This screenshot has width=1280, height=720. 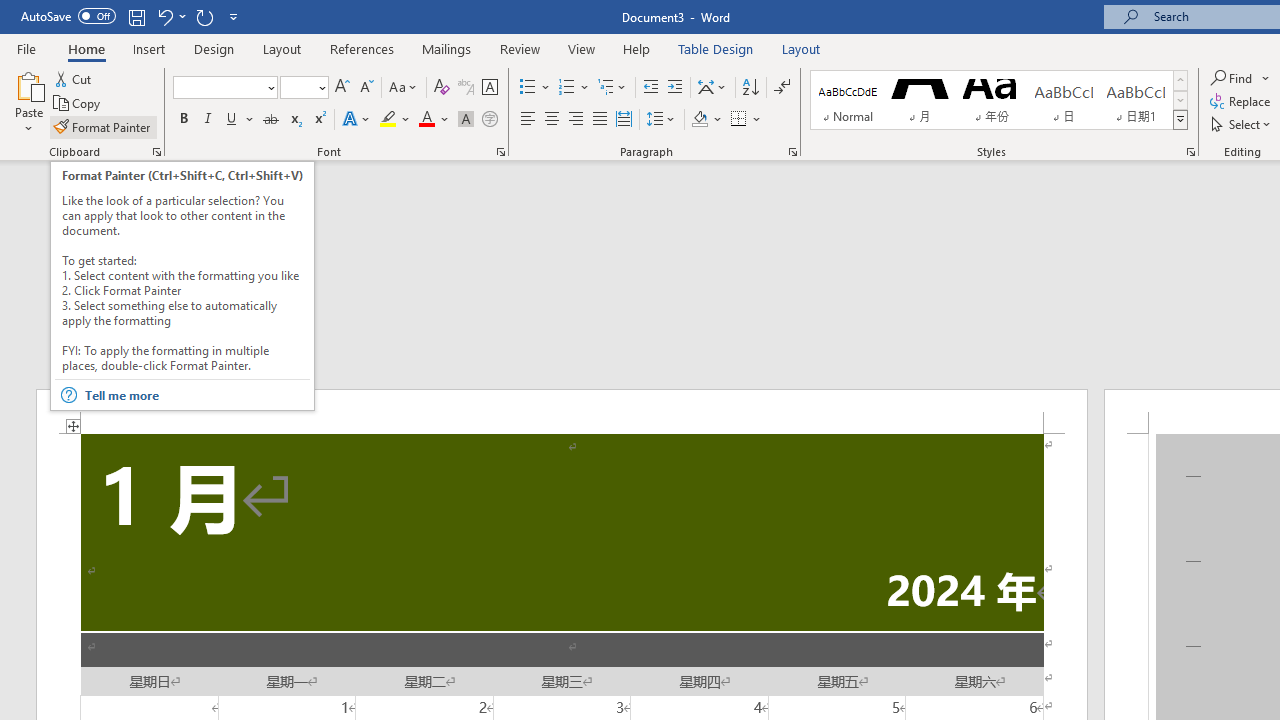 I want to click on 'Clear Formatting', so click(x=441, y=86).